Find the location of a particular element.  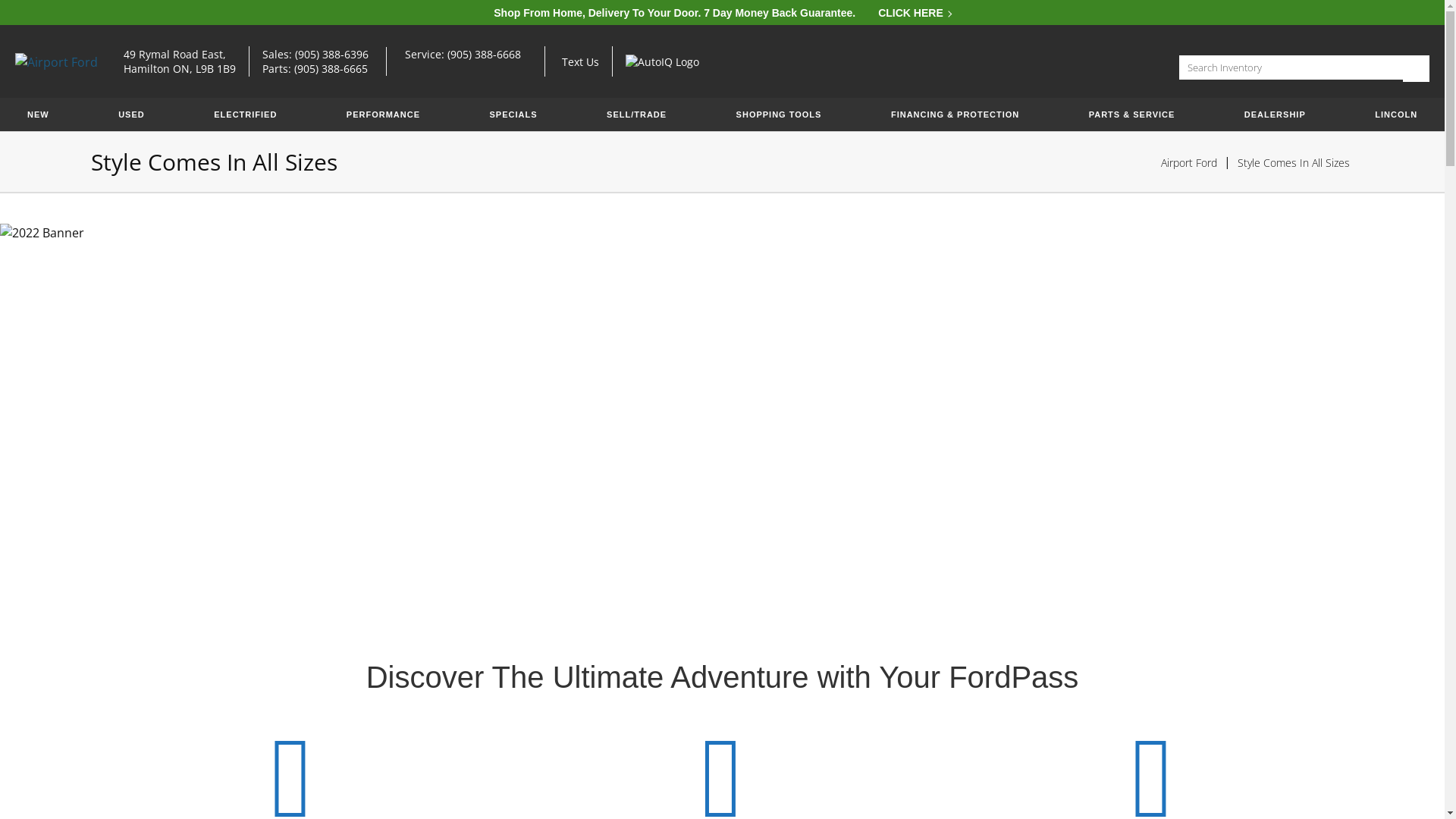

'Submit' is located at coordinates (1415, 68).